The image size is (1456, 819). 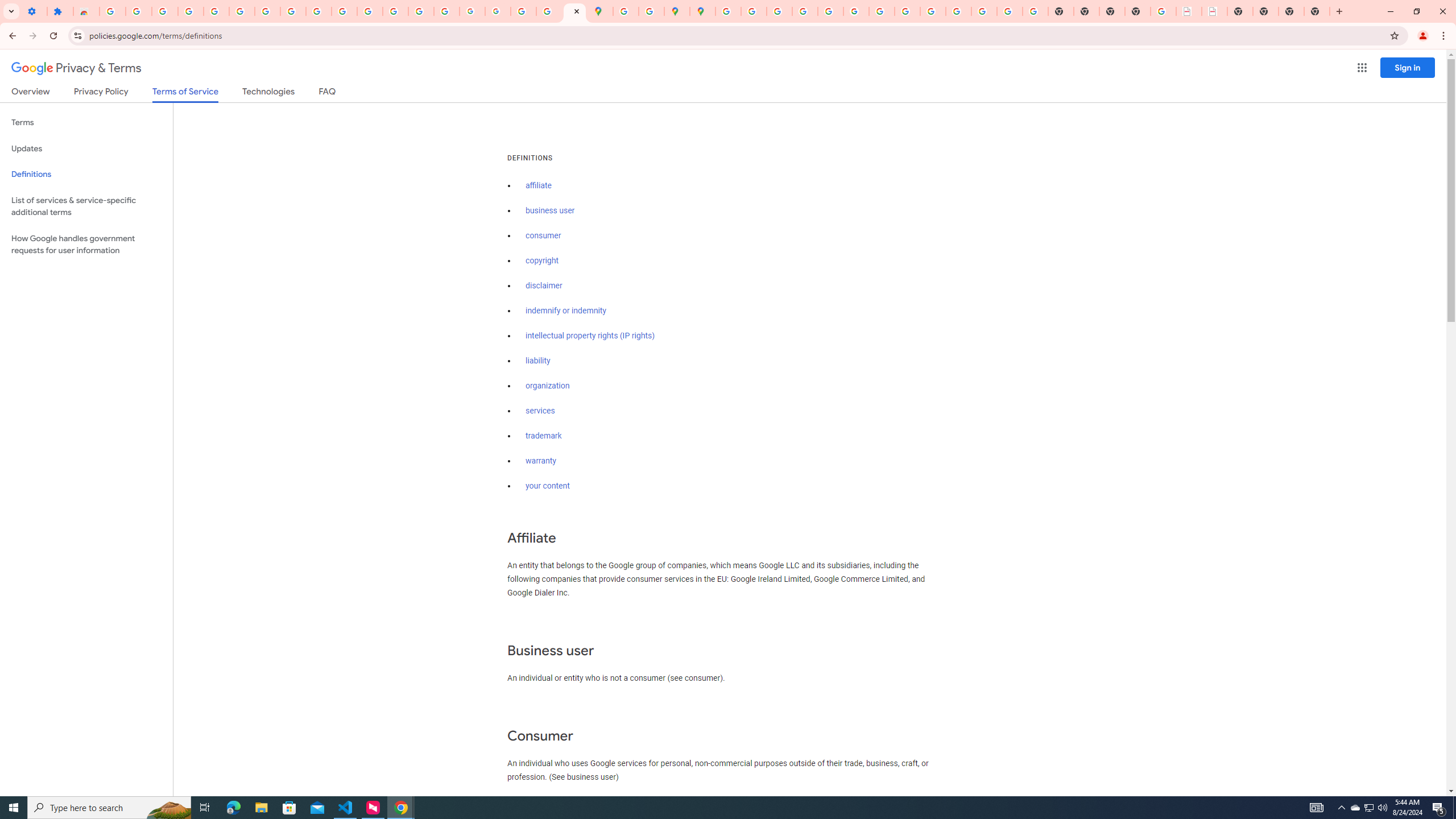 What do you see at coordinates (1189, 11) in the screenshot?
I see `'LAAD Defence & Security 2025 | BAE Systems'` at bounding box center [1189, 11].